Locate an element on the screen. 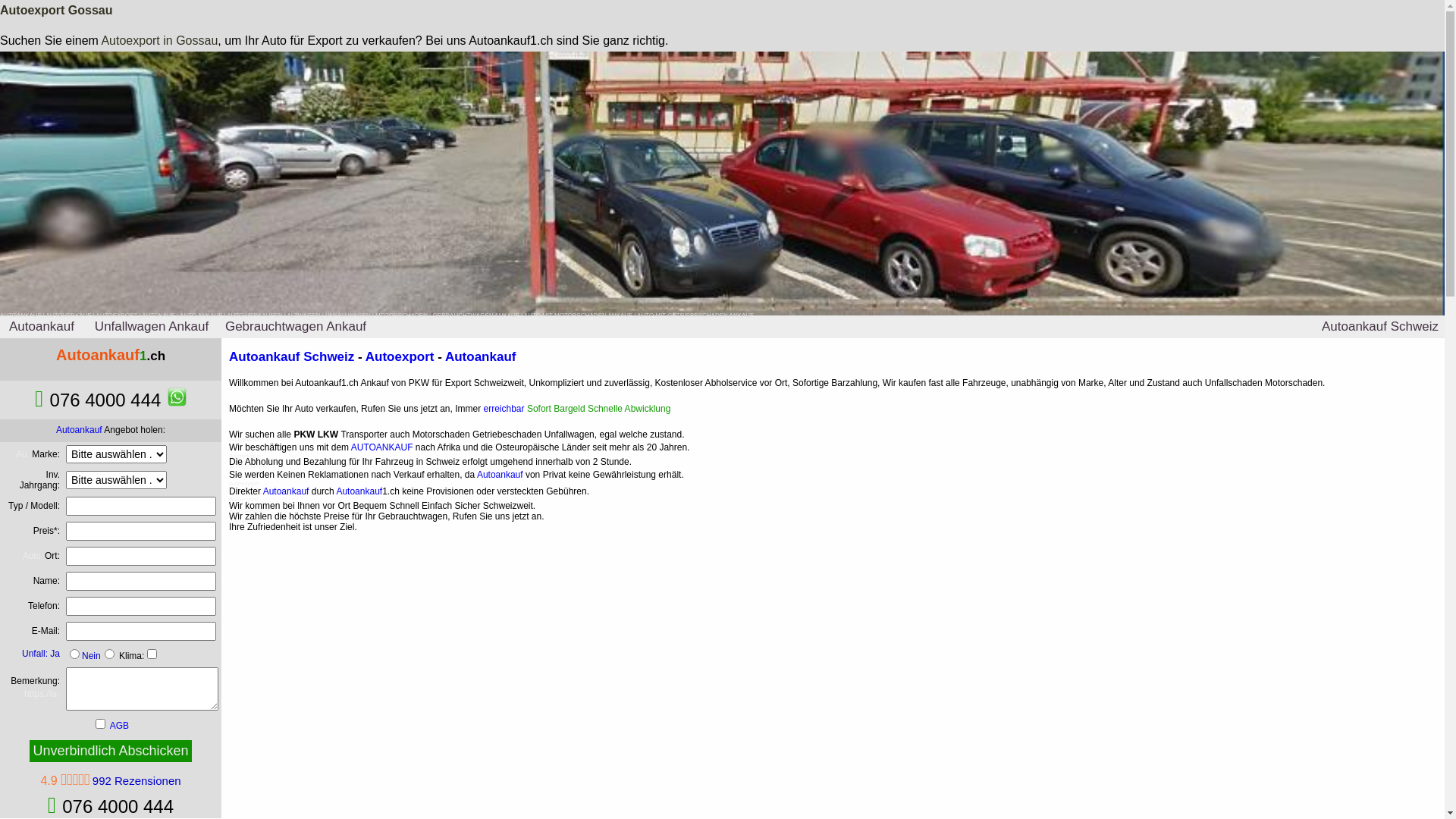 This screenshot has width=1456, height=819. 'Autoexport in Gossau' is located at coordinates (159, 39).